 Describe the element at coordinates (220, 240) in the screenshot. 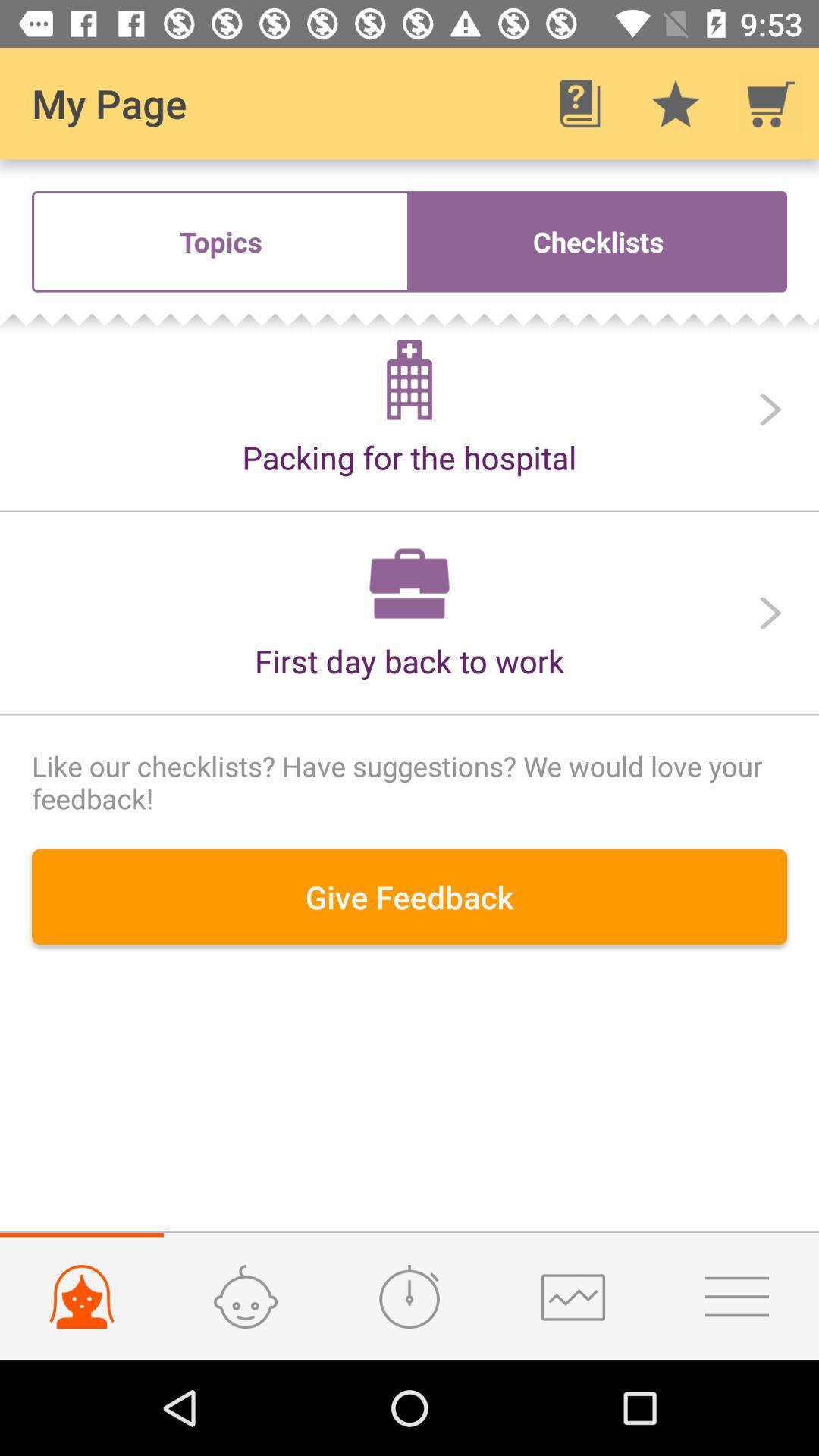

I see `the icon next to checklists item` at that location.